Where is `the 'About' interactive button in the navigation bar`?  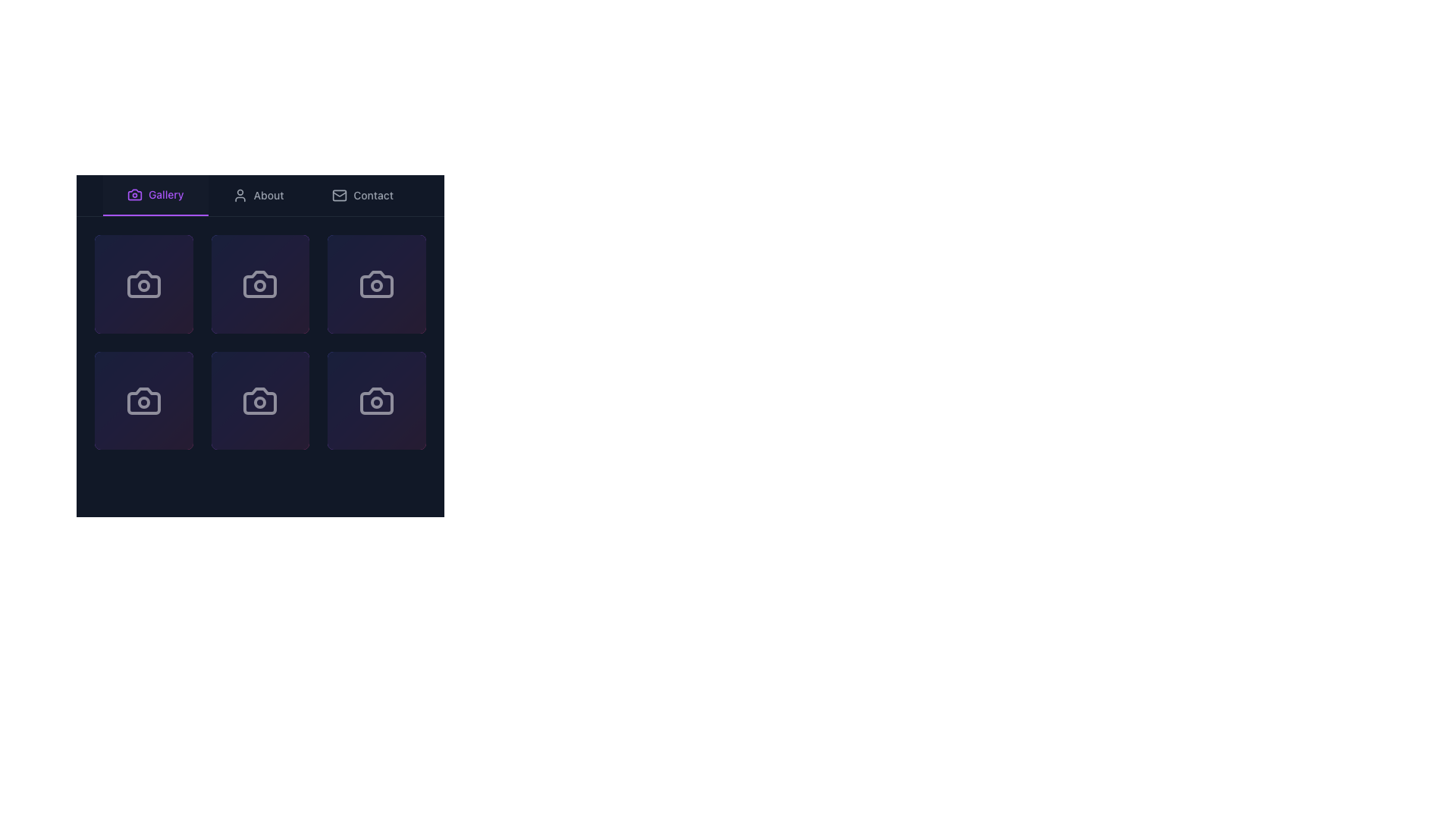
the 'About' interactive button in the navigation bar is located at coordinates (258, 195).